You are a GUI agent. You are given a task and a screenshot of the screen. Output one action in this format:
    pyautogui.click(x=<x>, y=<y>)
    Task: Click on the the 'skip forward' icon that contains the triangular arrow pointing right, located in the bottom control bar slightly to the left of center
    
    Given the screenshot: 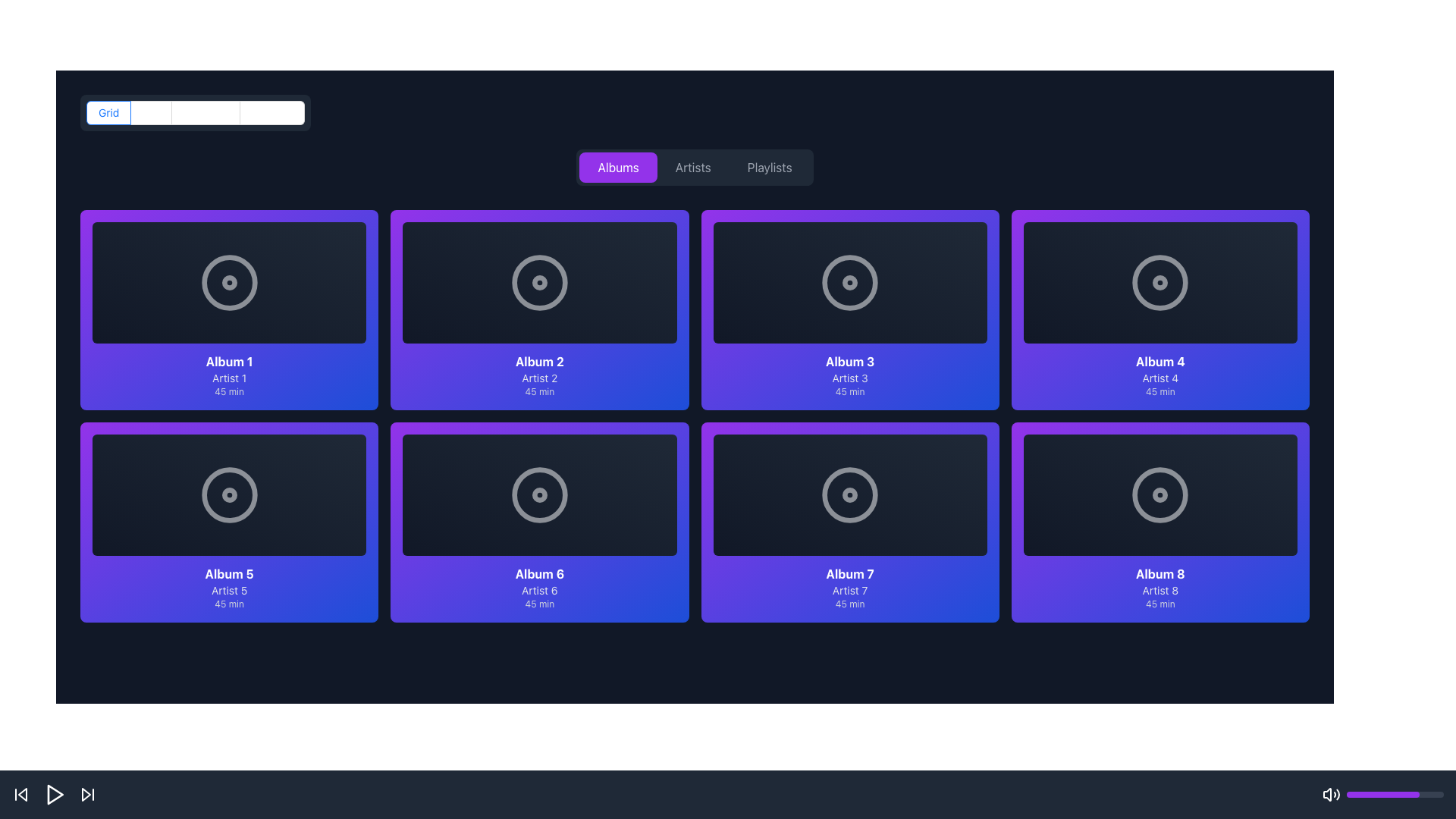 What is the action you would take?
    pyautogui.click(x=86, y=794)
    